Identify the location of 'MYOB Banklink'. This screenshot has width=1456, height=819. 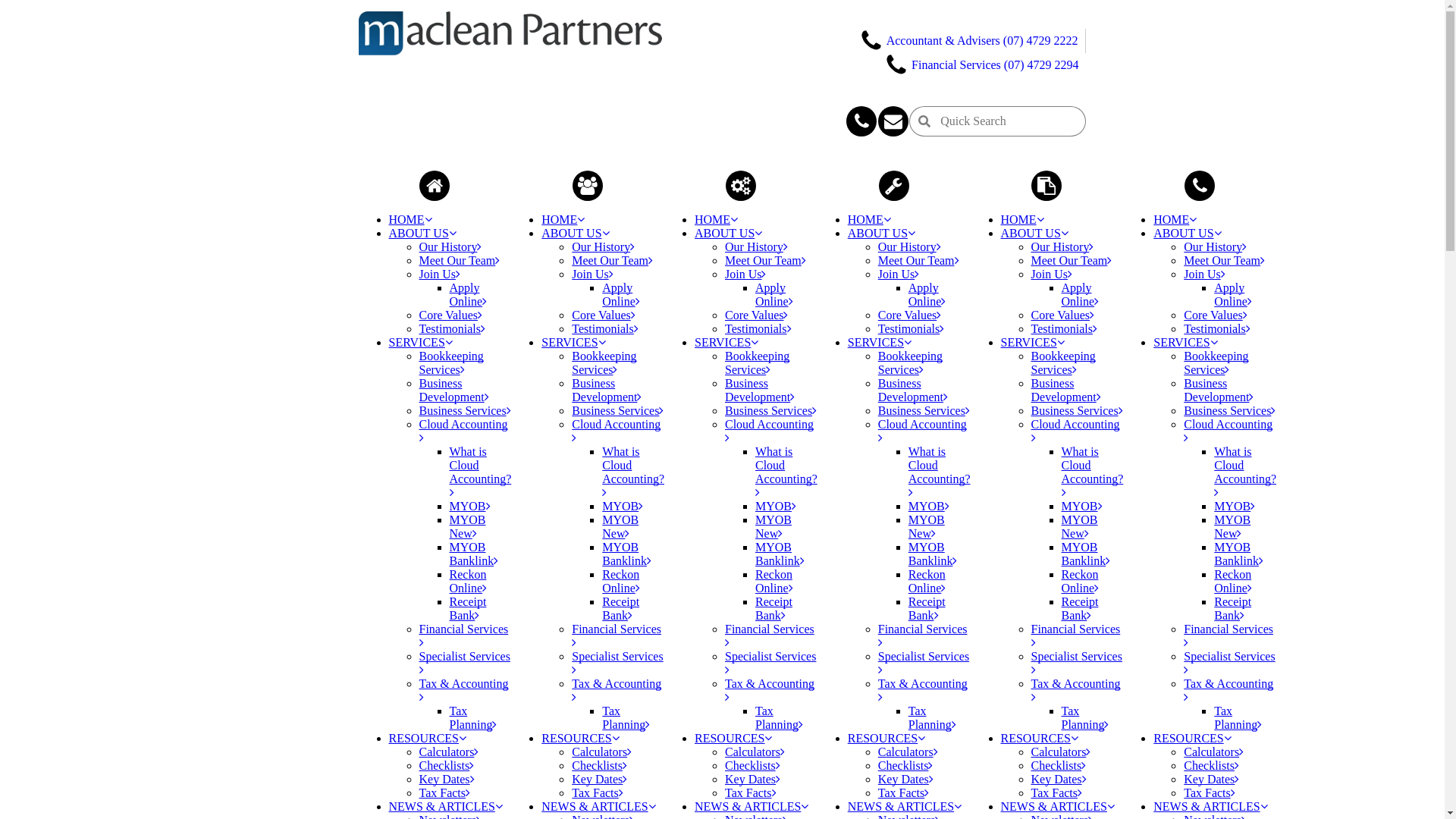
(626, 554).